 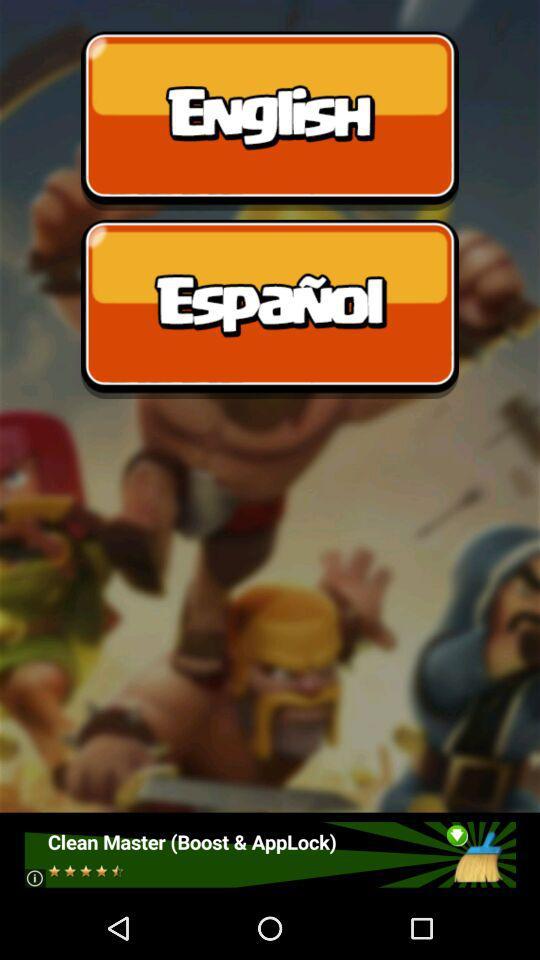 What do you see at coordinates (270, 309) in the screenshot?
I see `set language to spanish` at bounding box center [270, 309].